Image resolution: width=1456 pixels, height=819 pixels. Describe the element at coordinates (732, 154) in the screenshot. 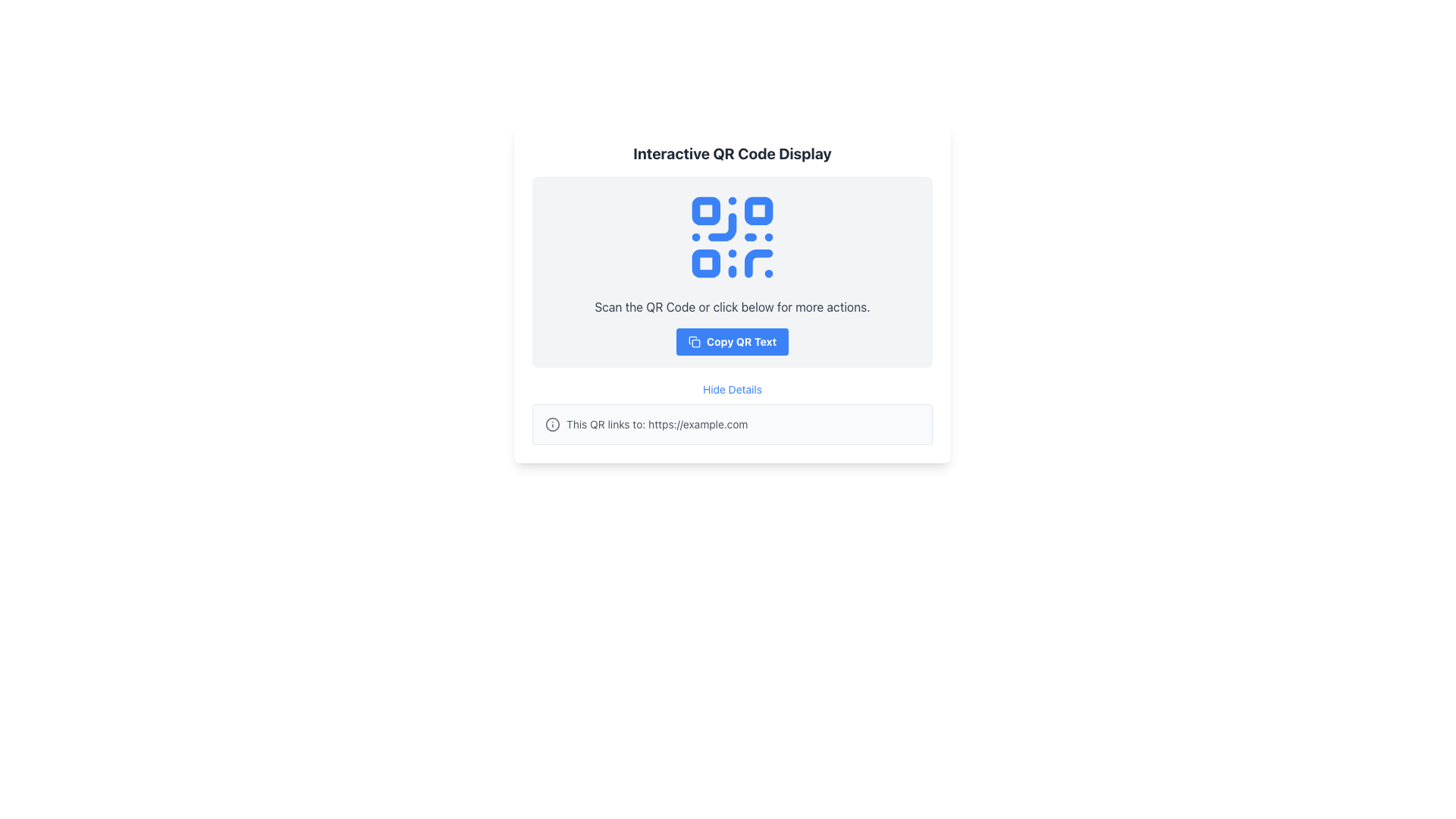

I see `the header text 'Interactive QR Code Display', which is styled with bold, large font and is the topmost element in a bordered white card interface` at that location.